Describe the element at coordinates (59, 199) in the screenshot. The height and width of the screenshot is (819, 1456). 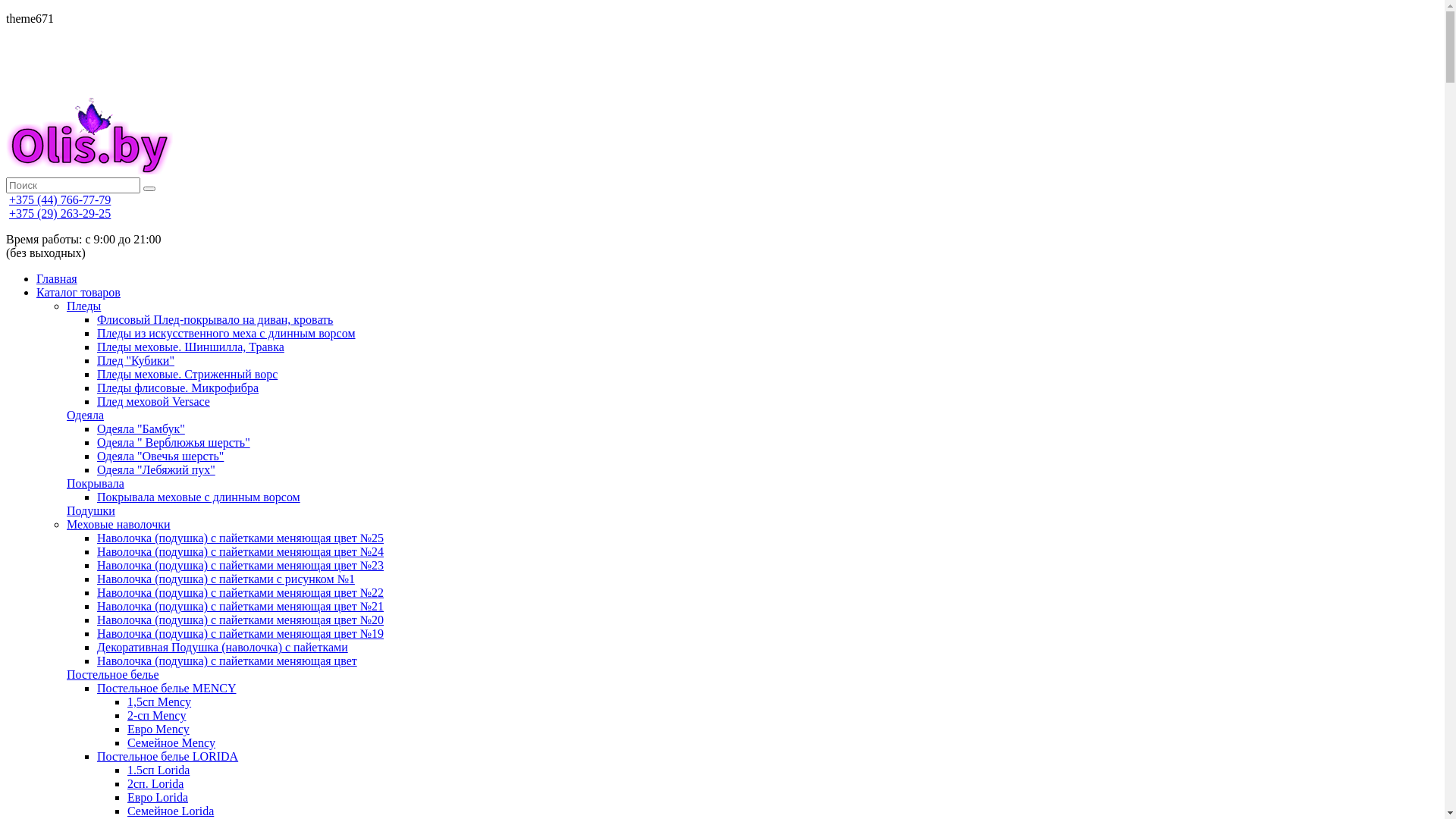
I see `'+375 (44) 766-77-79'` at that location.